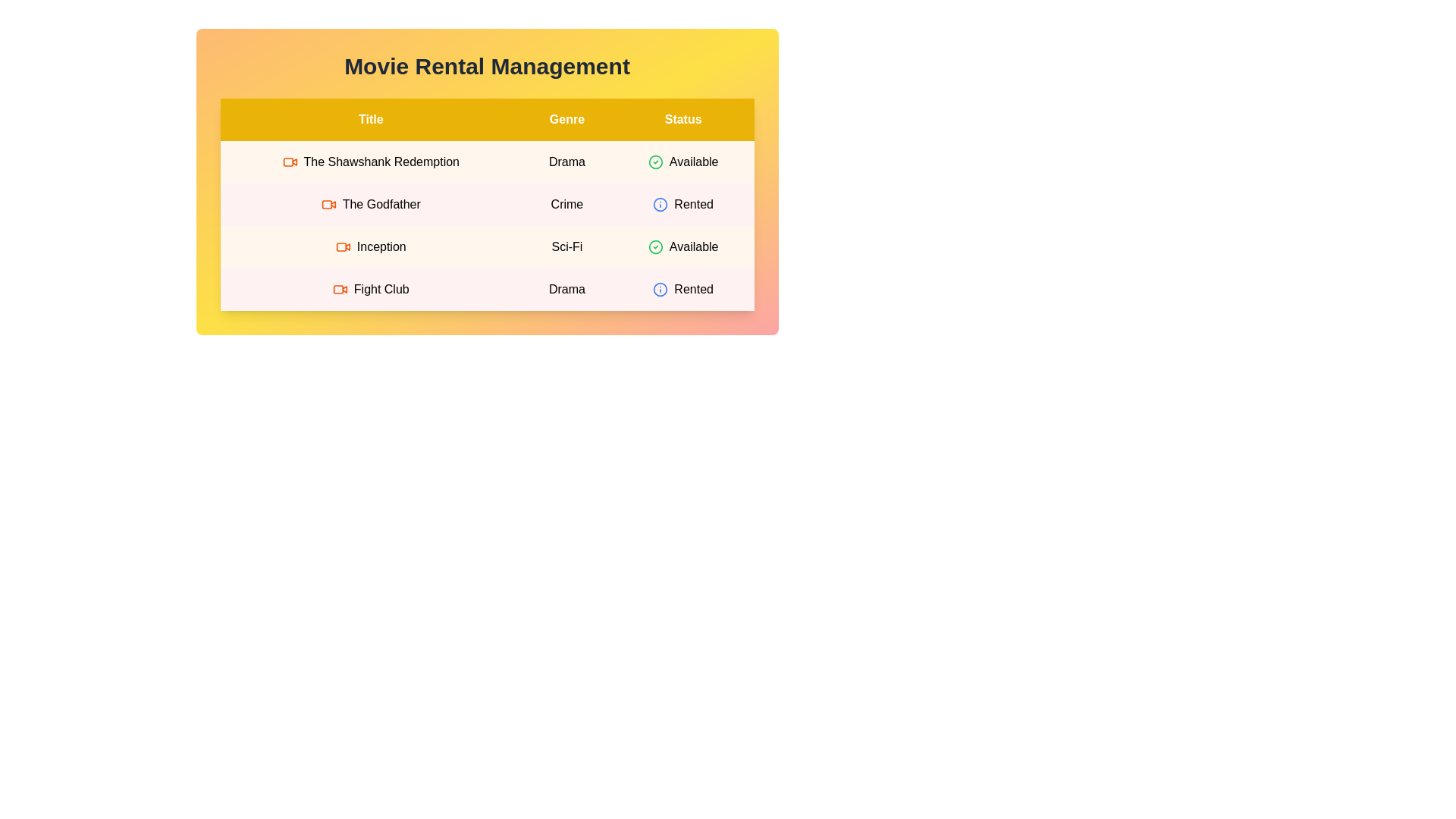  Describe the element at coordinates (487, 205) in the screenshot. I see `the row corresponding to movie The Godfather` at that location.